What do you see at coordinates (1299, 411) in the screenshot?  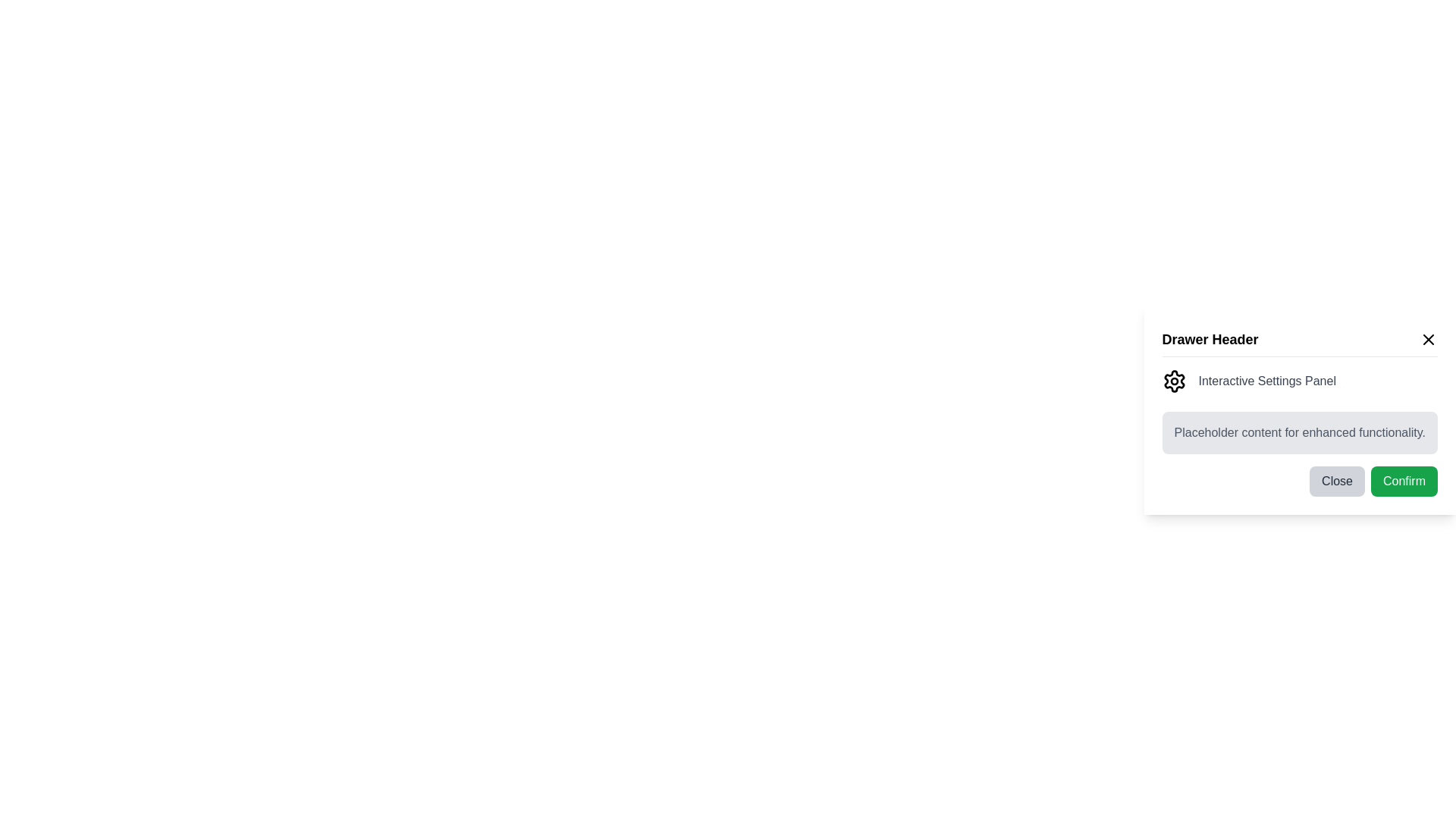 I see `the informational or settings section within the 'Drawer Header' that is located below its title and above the 'Close' and 'Confirm' buttons` at bounding box center [1299, 411].